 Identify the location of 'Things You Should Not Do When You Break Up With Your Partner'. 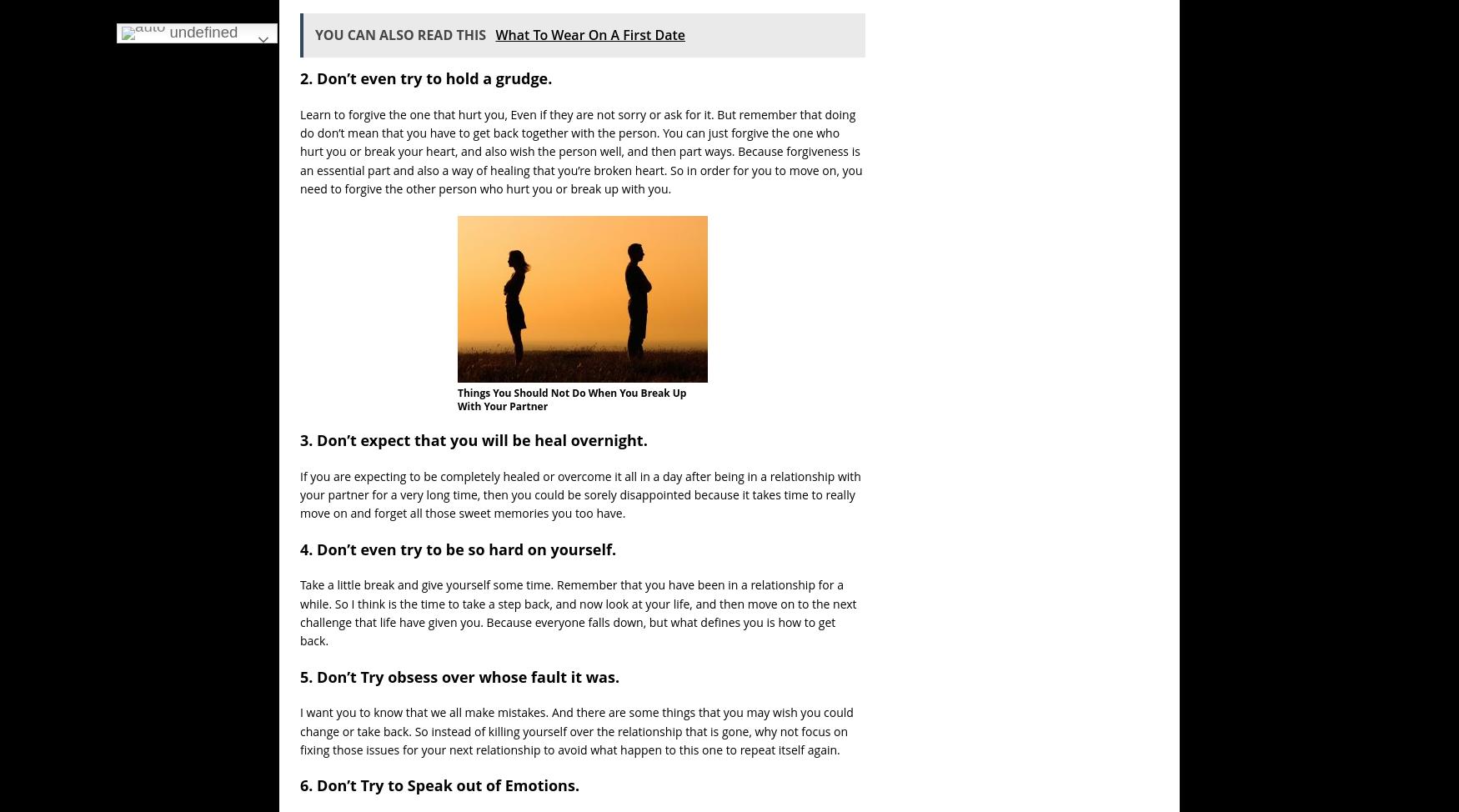
(571, 398).